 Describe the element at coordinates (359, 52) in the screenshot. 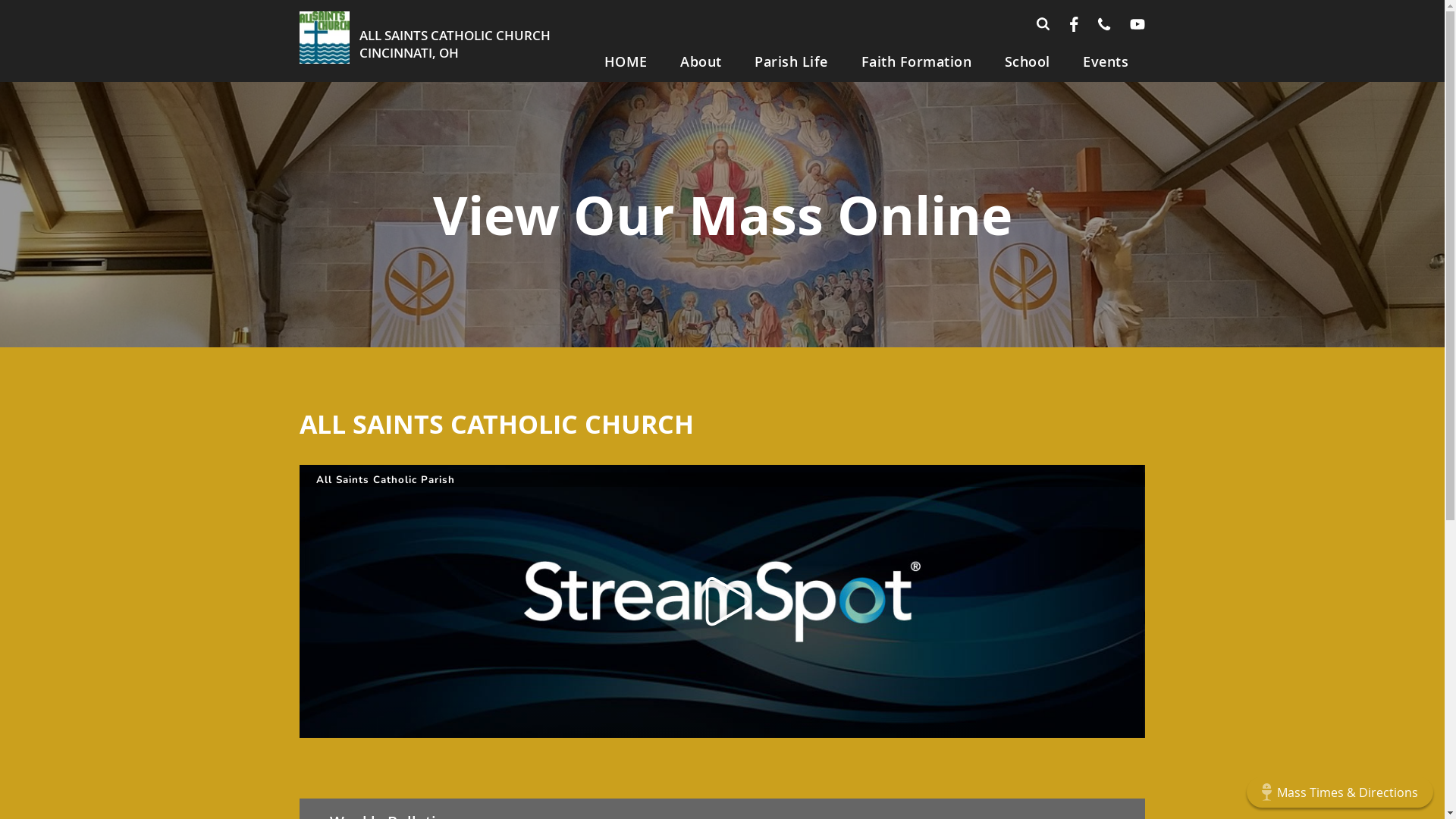

I see `'CINCINNATI, OH'` at that location.